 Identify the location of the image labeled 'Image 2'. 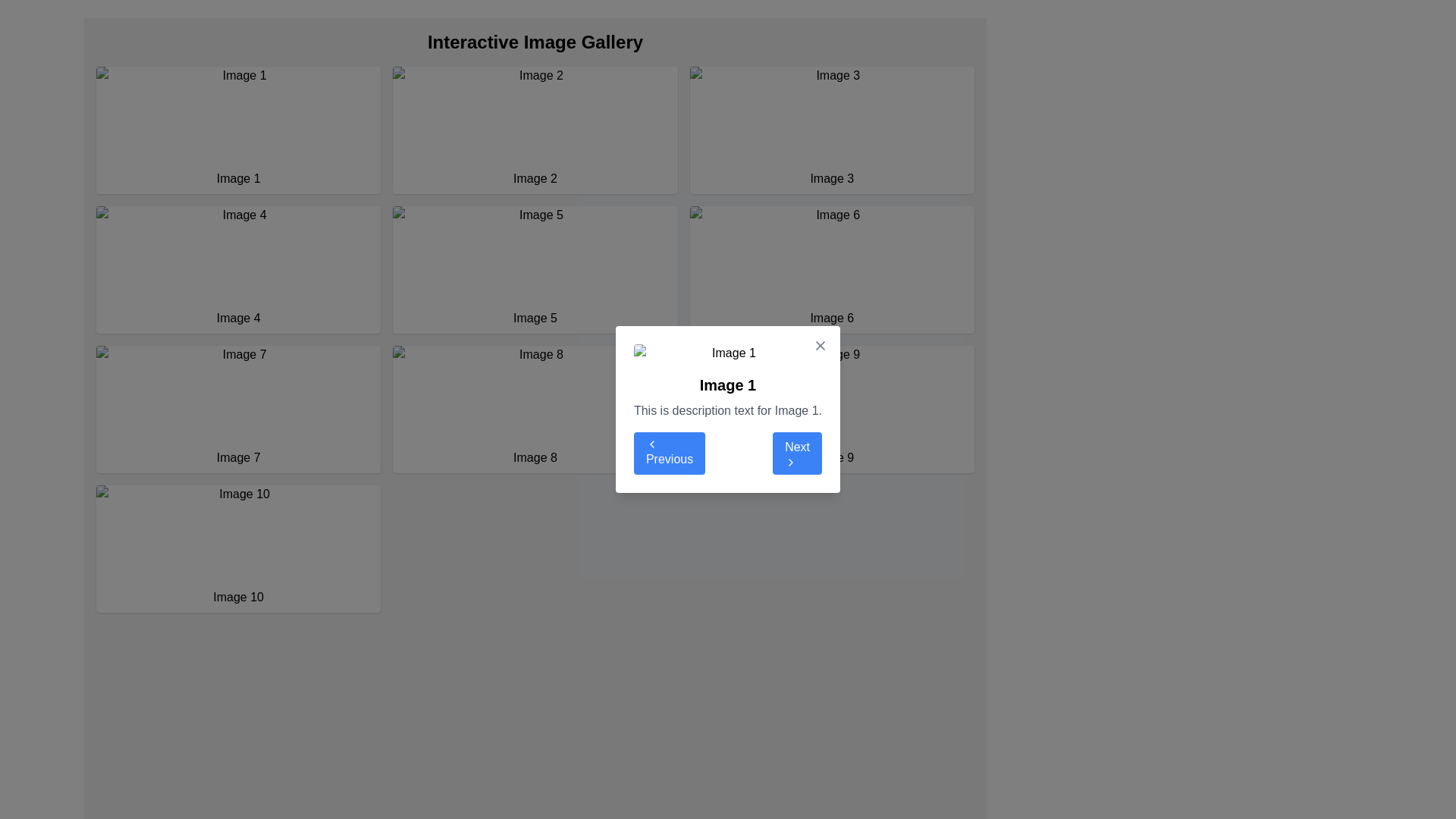
(535, 114).